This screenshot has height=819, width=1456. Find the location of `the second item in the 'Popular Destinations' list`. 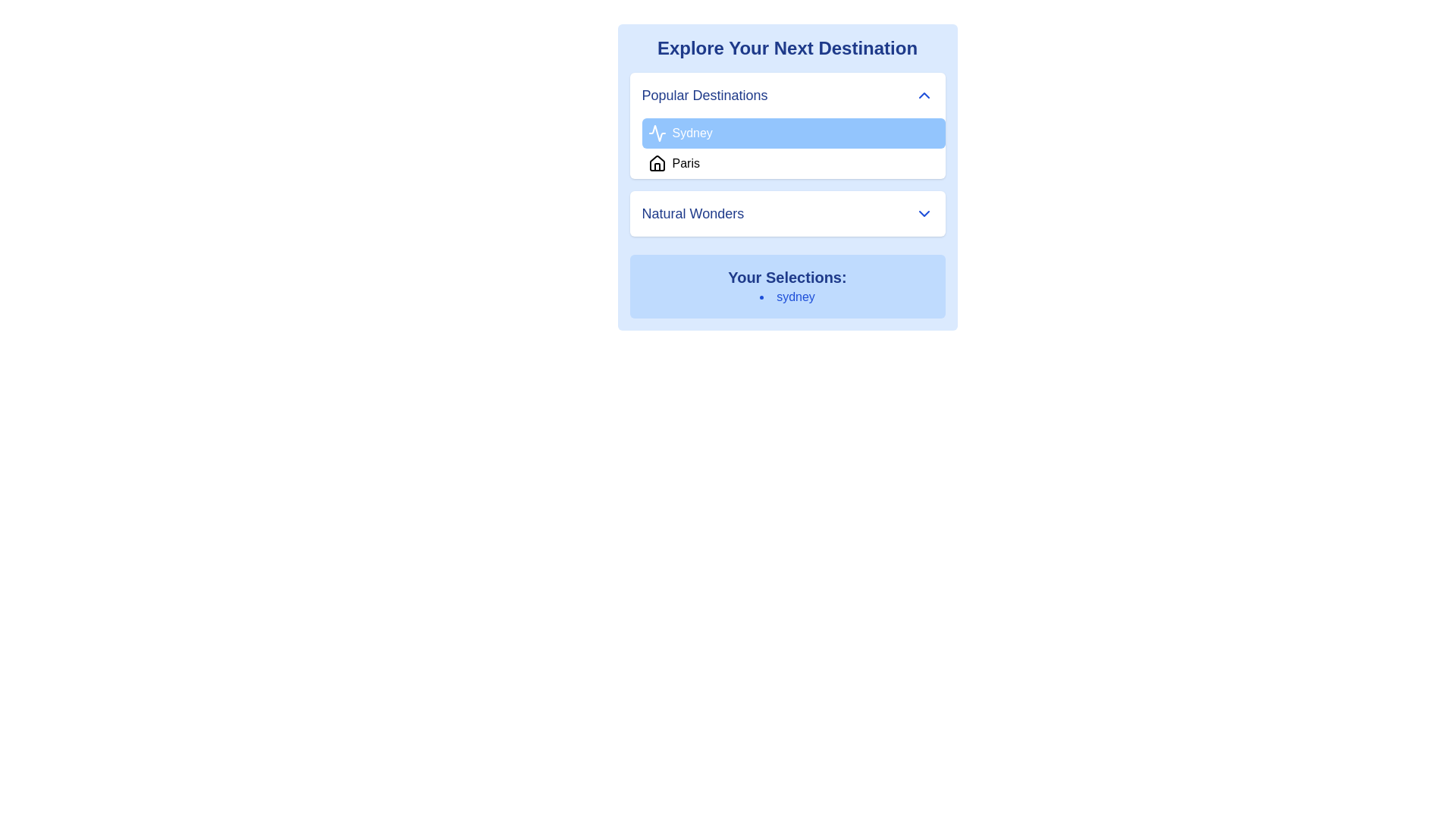

the second item in the 'Popular Destinations' list is located at coordinates (792, 164).